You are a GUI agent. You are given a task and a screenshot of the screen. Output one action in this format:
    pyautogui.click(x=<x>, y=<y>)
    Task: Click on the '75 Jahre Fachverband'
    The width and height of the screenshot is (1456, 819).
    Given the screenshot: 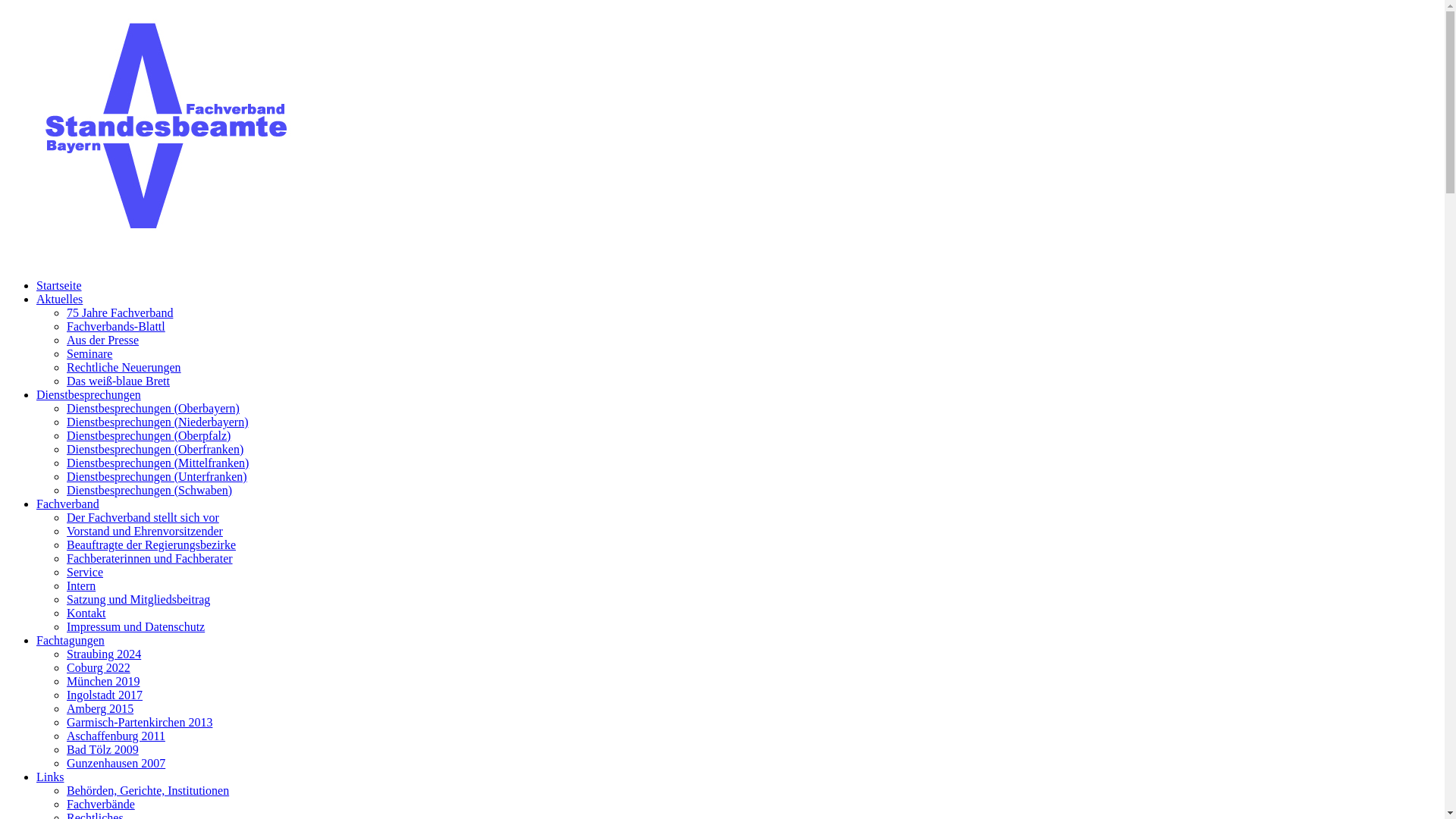 What is the action you would take?
    pyautogui.click(x=119, y=312)
    